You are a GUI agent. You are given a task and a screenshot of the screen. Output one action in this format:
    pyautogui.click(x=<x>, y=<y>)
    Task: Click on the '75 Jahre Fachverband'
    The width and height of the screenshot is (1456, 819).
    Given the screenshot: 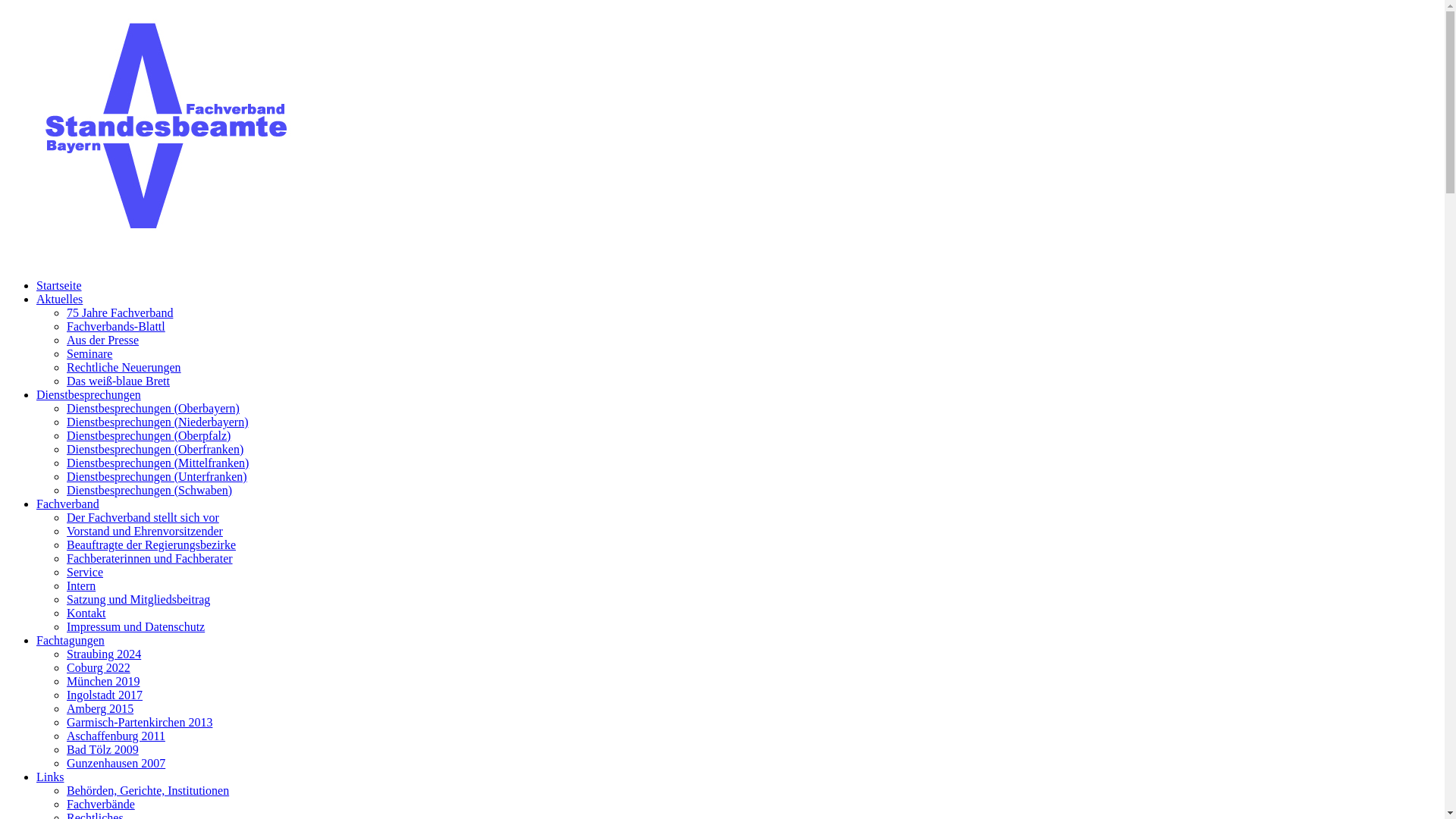 What is the action you would take?
    pyautogui.click(x=119, y=312)
    